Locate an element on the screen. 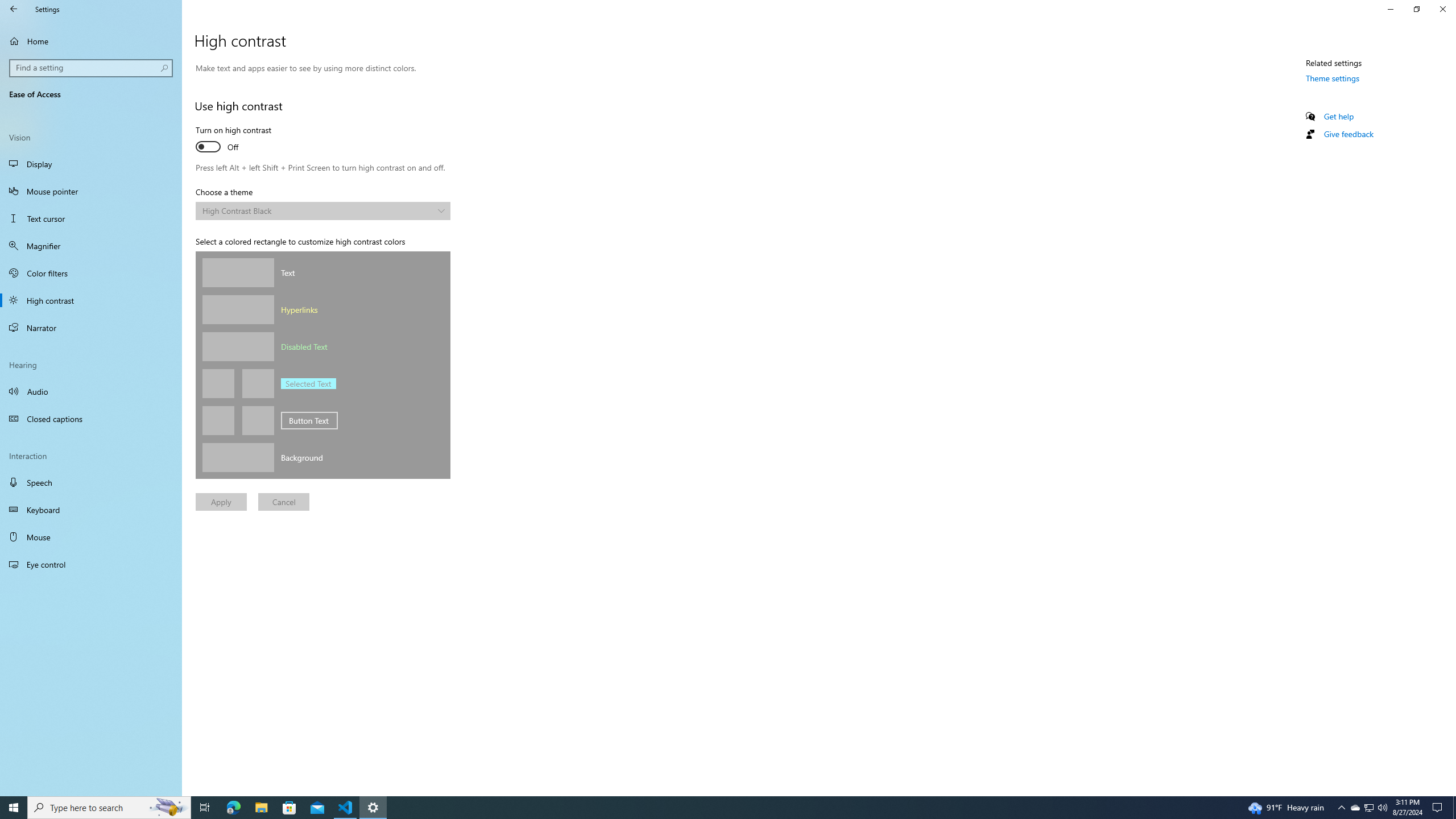  'Button background color' is located at coordinates (257, 420).